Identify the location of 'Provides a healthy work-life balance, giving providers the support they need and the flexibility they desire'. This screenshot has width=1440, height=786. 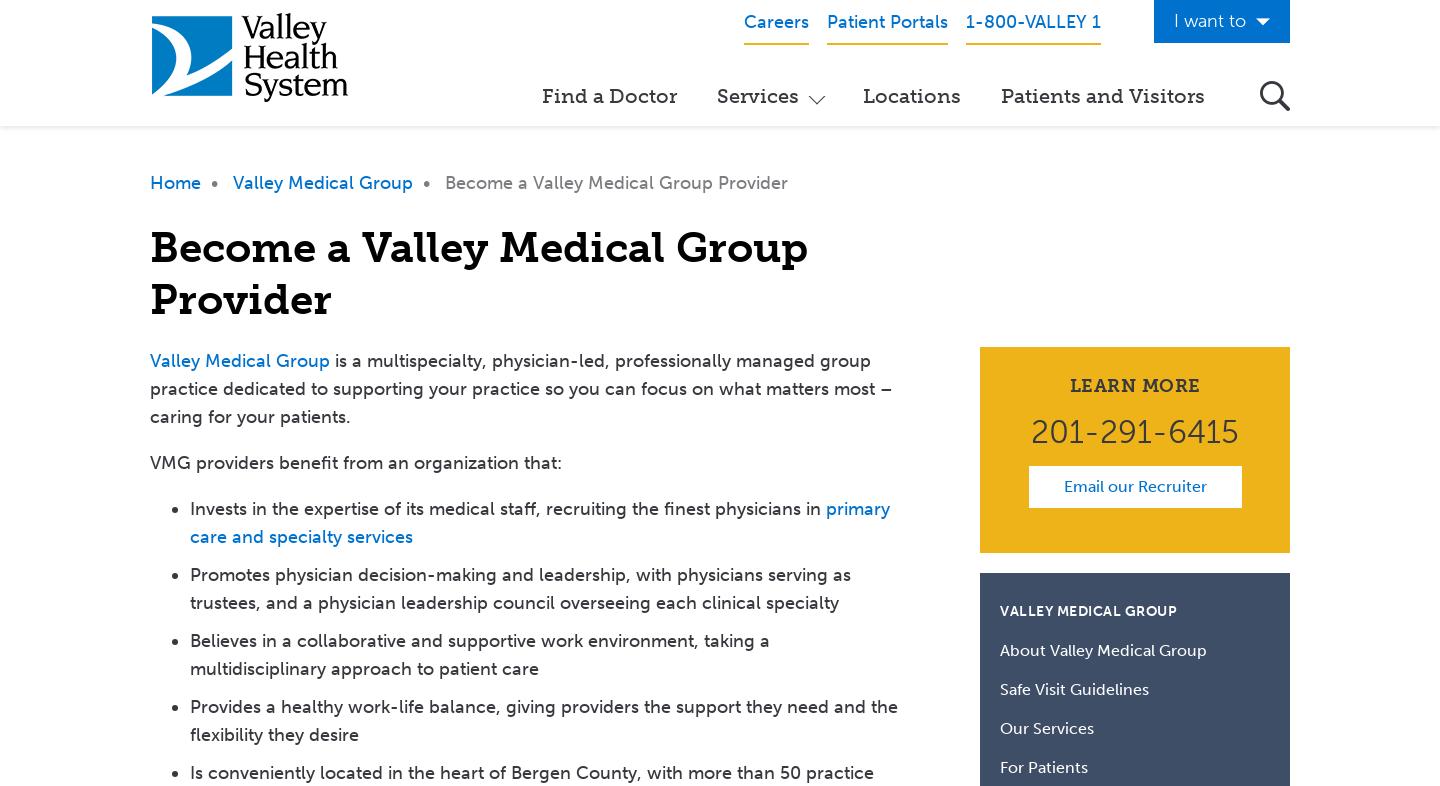
(544, 719).